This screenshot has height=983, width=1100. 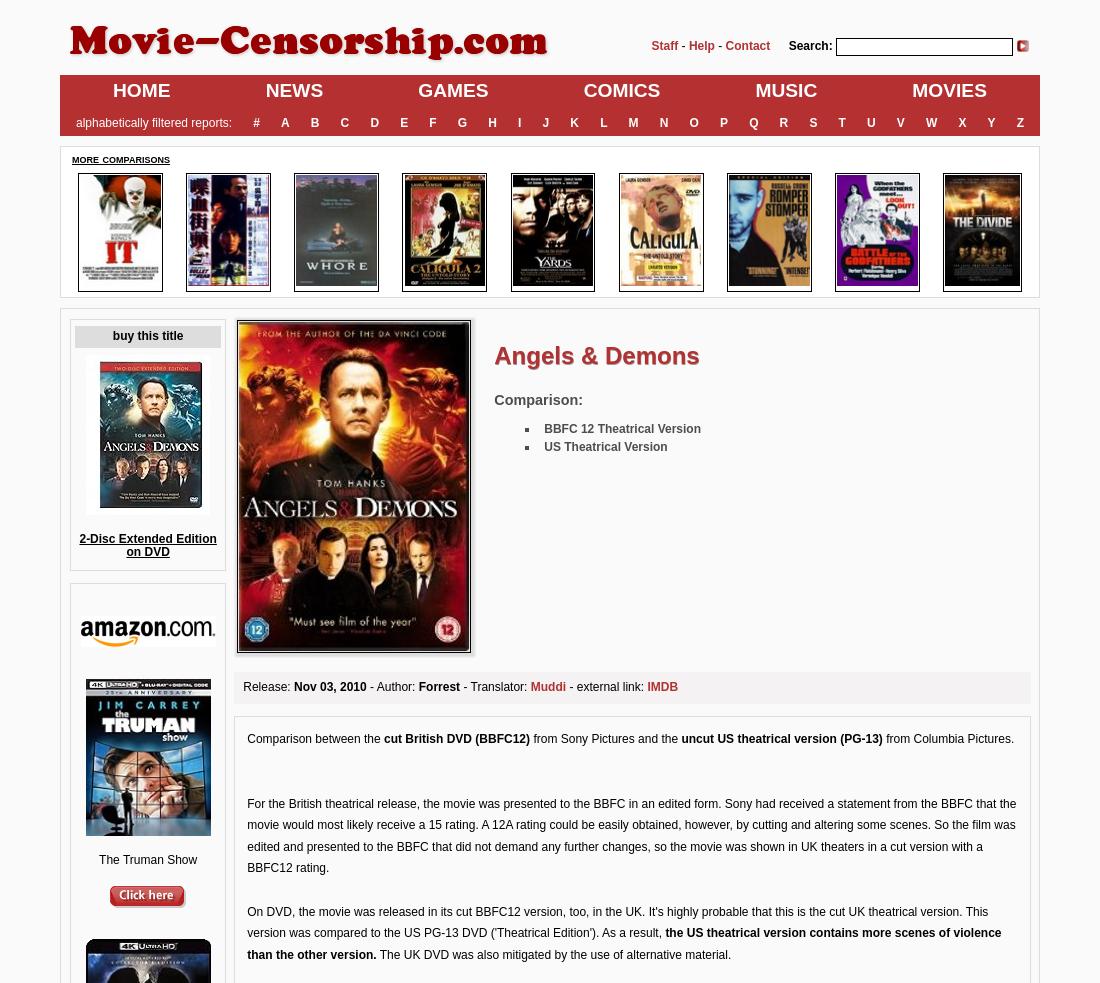 What do you see at coordinates (948, 88) in the screenshot?
I see `'MOVIES'` at bounding box center [948, 88].